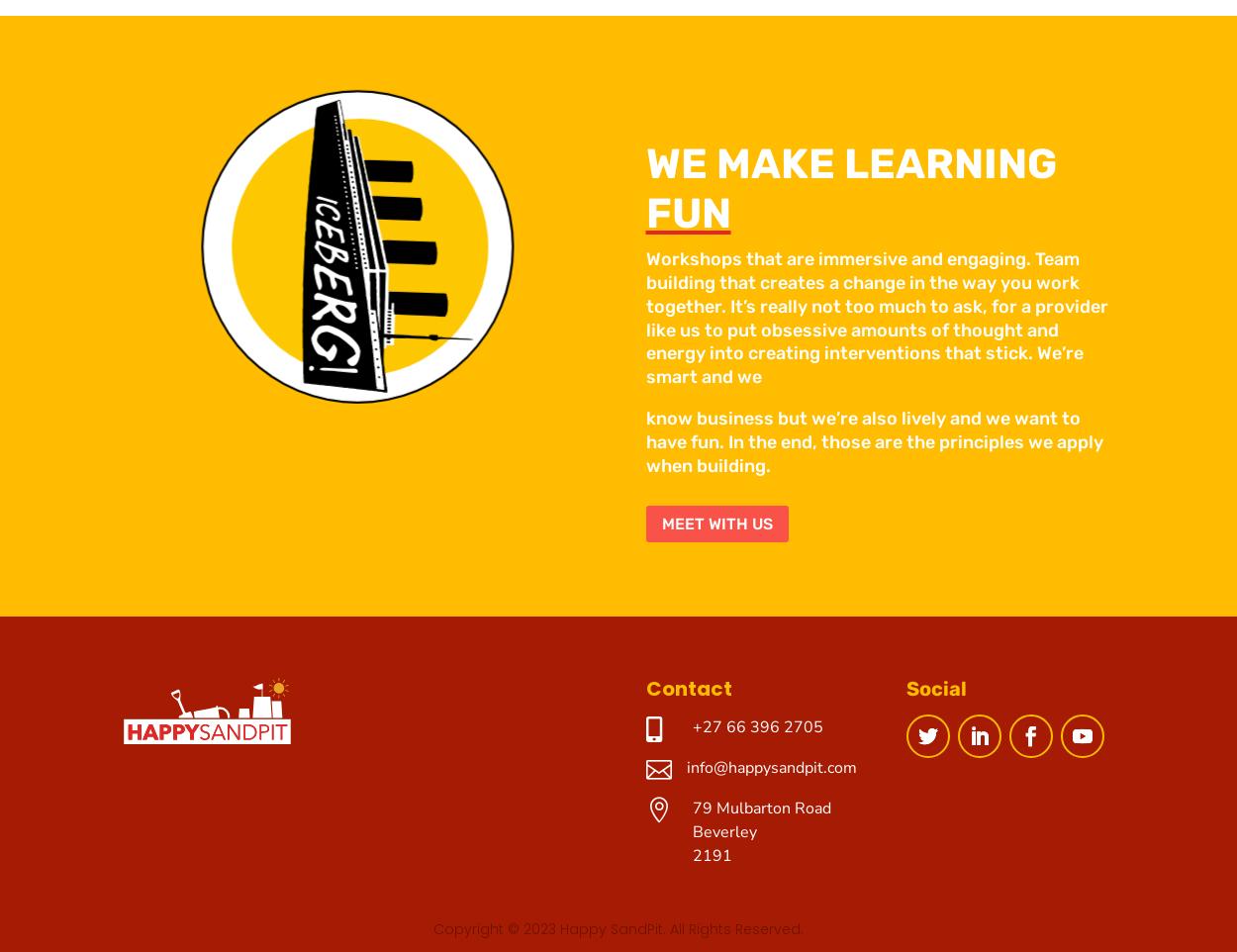 The image size is (1237, 952). What do you see at coordinates (644, 212) in the screenshot?
I see `'FUN'` at bounding box center [644, 212].